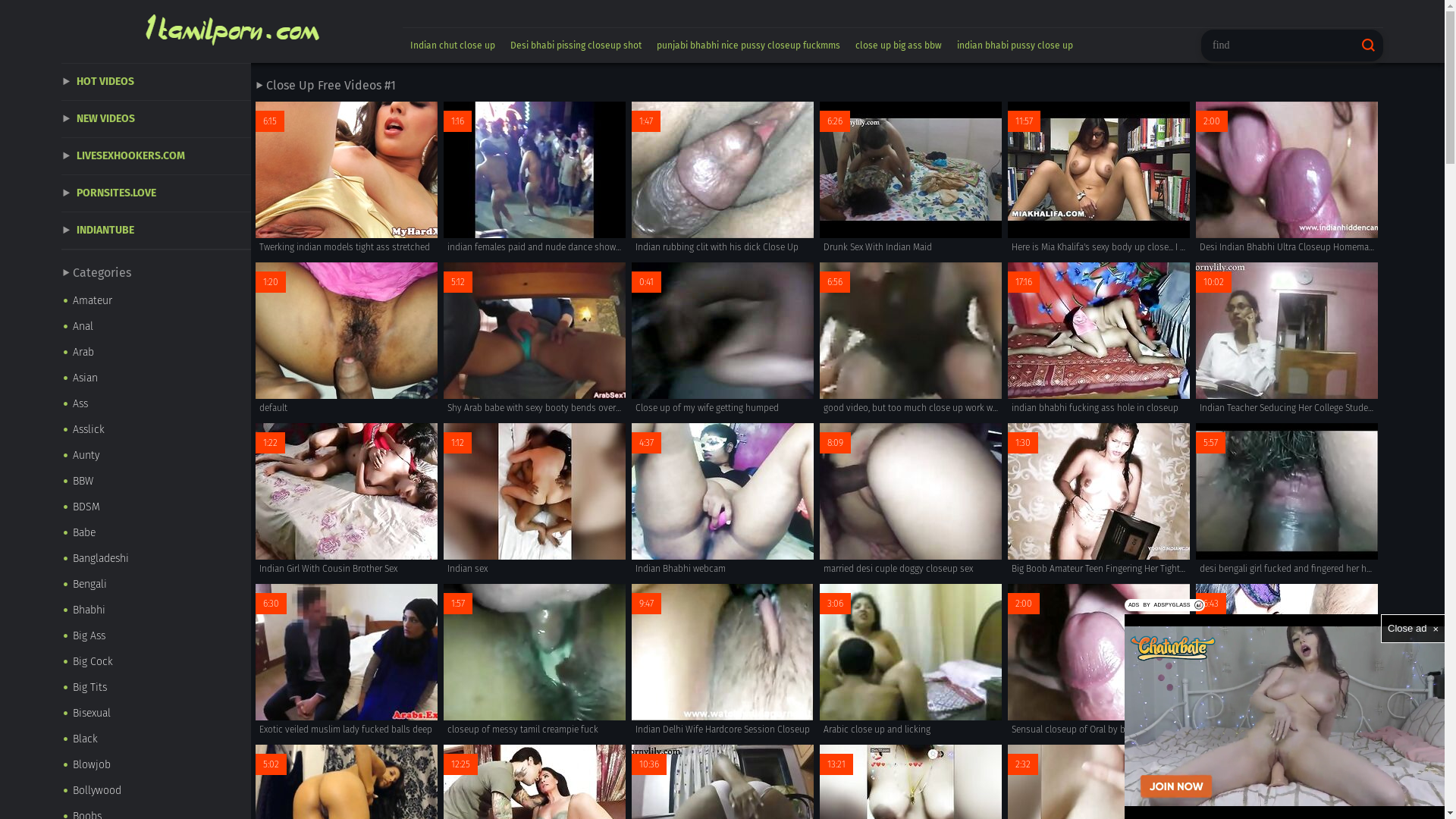 Image resolution: width=1456 pixels, height=819 pixels. Describe the element at coordinates (910, 177) in the screenshot. I see `'6:26` at that location.